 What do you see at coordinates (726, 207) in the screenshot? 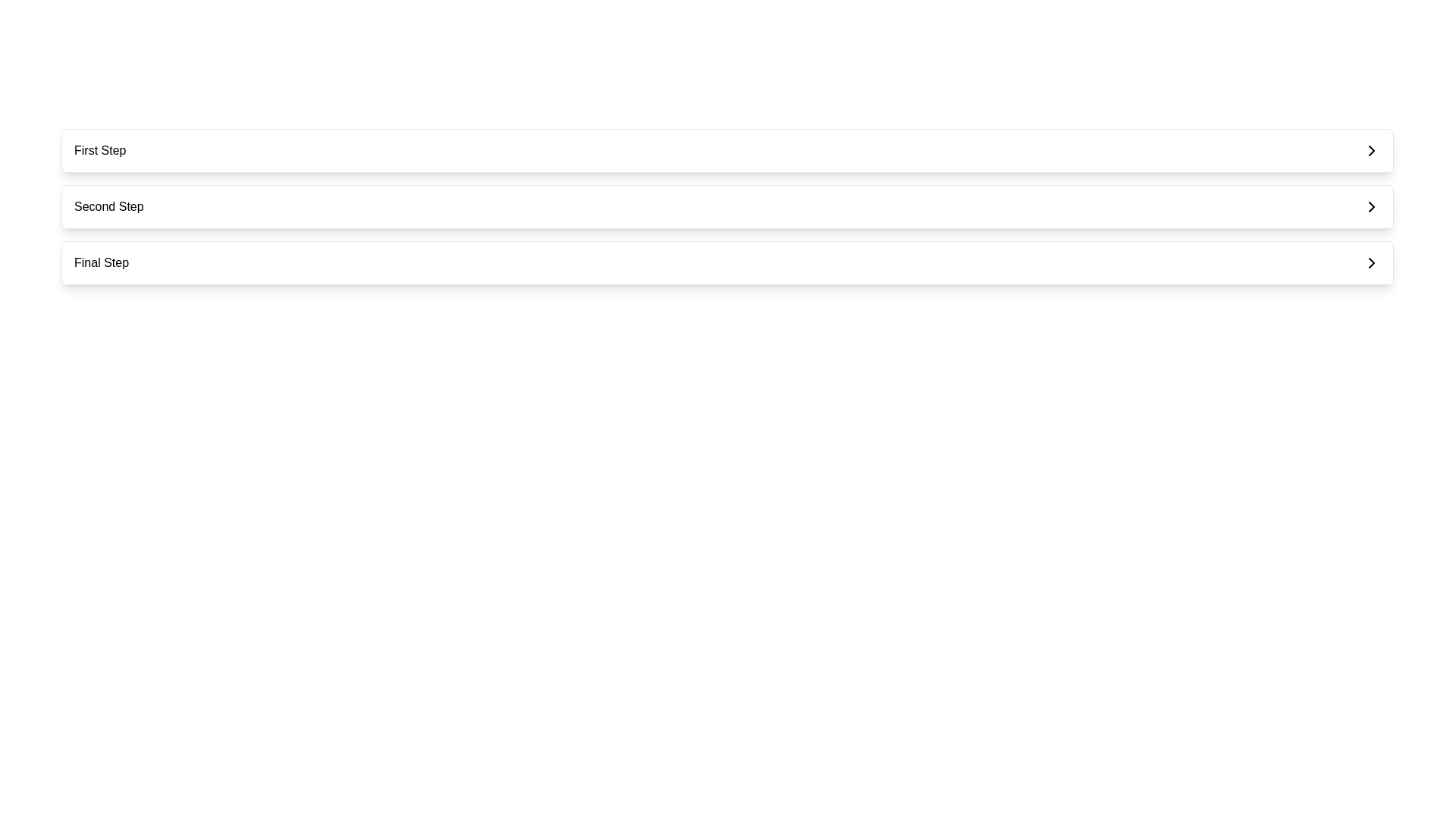
I see `the second item in the vertical list, which represents a navigational step` at bounding box center [726, 207].